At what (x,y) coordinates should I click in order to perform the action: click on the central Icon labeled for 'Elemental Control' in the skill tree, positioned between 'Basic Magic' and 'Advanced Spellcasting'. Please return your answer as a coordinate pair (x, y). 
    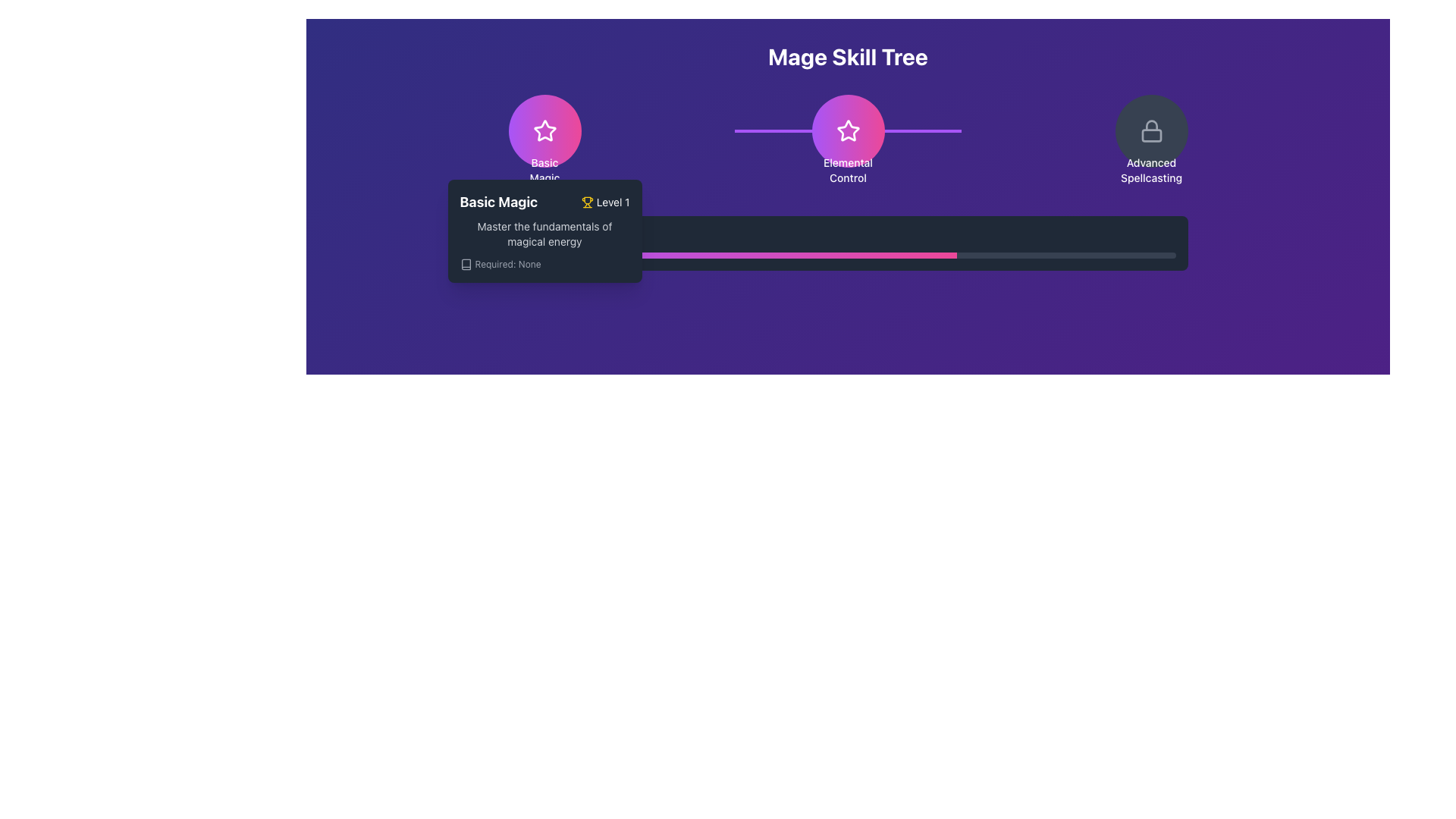
    Looking at the image, I should click on (847, 130).